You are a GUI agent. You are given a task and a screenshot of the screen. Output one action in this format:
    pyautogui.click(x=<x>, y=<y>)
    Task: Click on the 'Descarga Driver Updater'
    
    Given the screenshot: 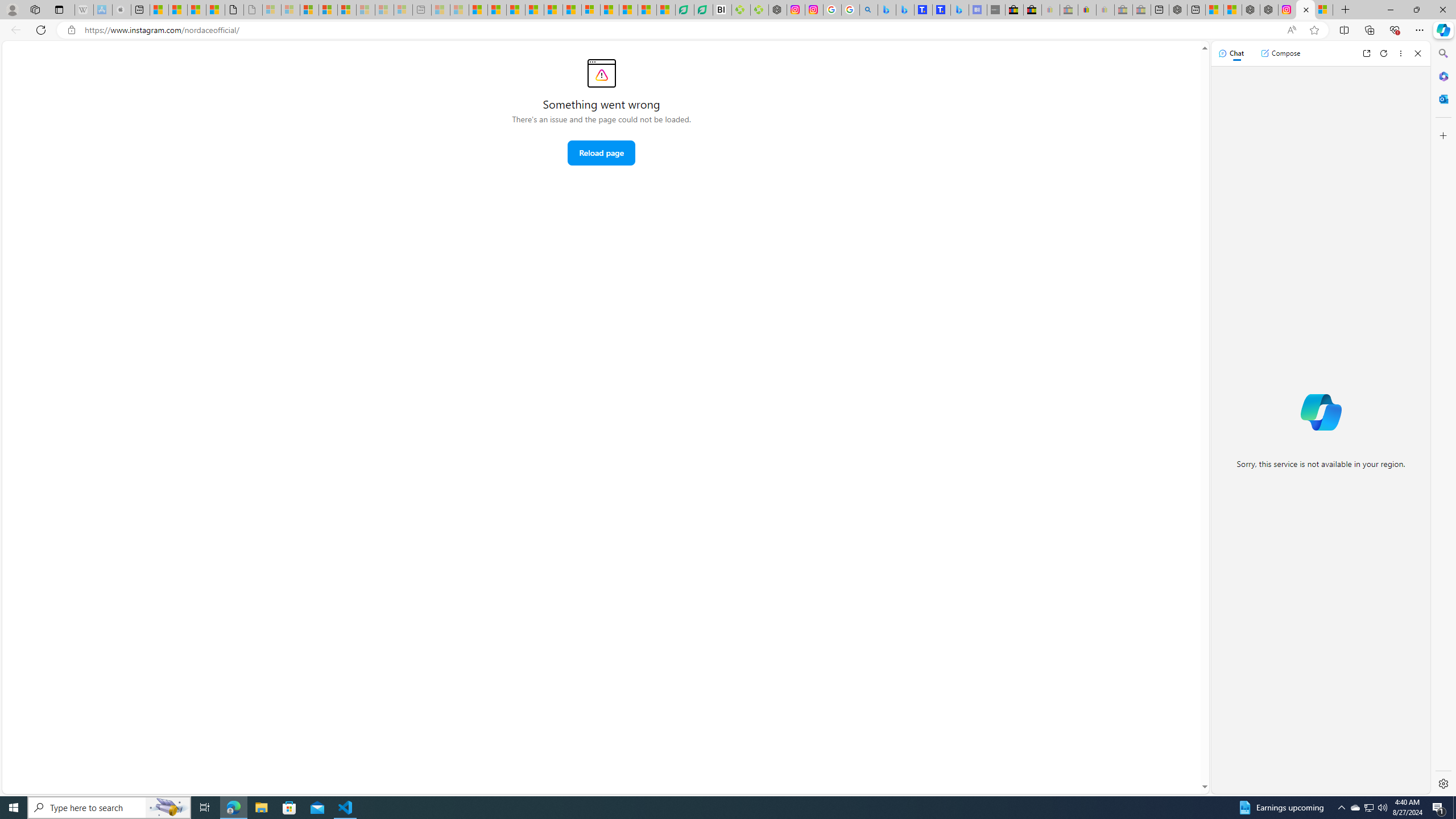 What is the action you would take?
    pyautogui.click(x=759, y=9)
    